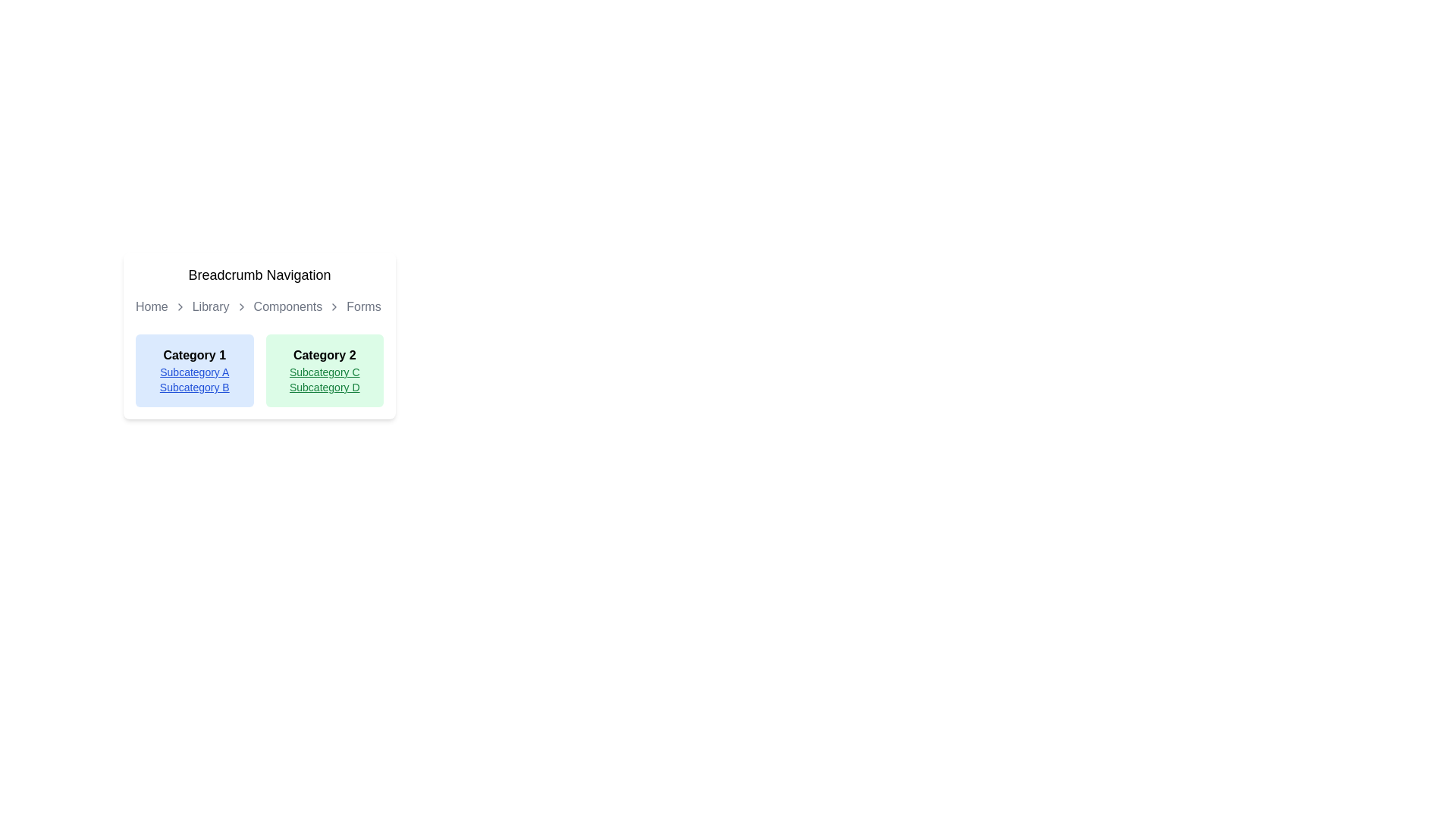  What do you see at coordinates (152, 307) in the screenshot?
I see `the 'Home' hyperlink in the breadcrumb navigation using keyboard tab focus` at bounding box center [152, 307].